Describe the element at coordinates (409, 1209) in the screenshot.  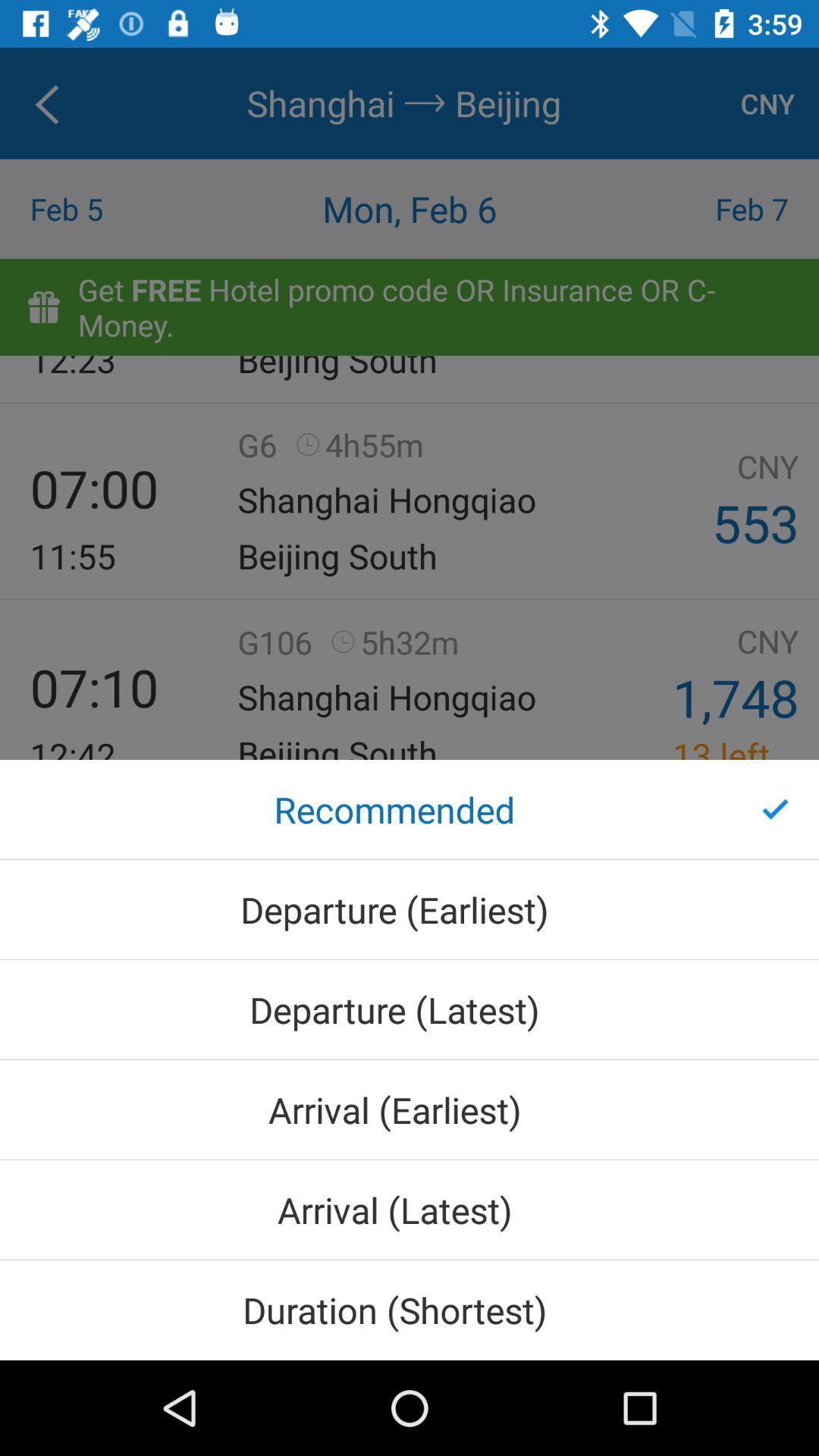
I see `icon below arrival (earliest) icon` at that location.